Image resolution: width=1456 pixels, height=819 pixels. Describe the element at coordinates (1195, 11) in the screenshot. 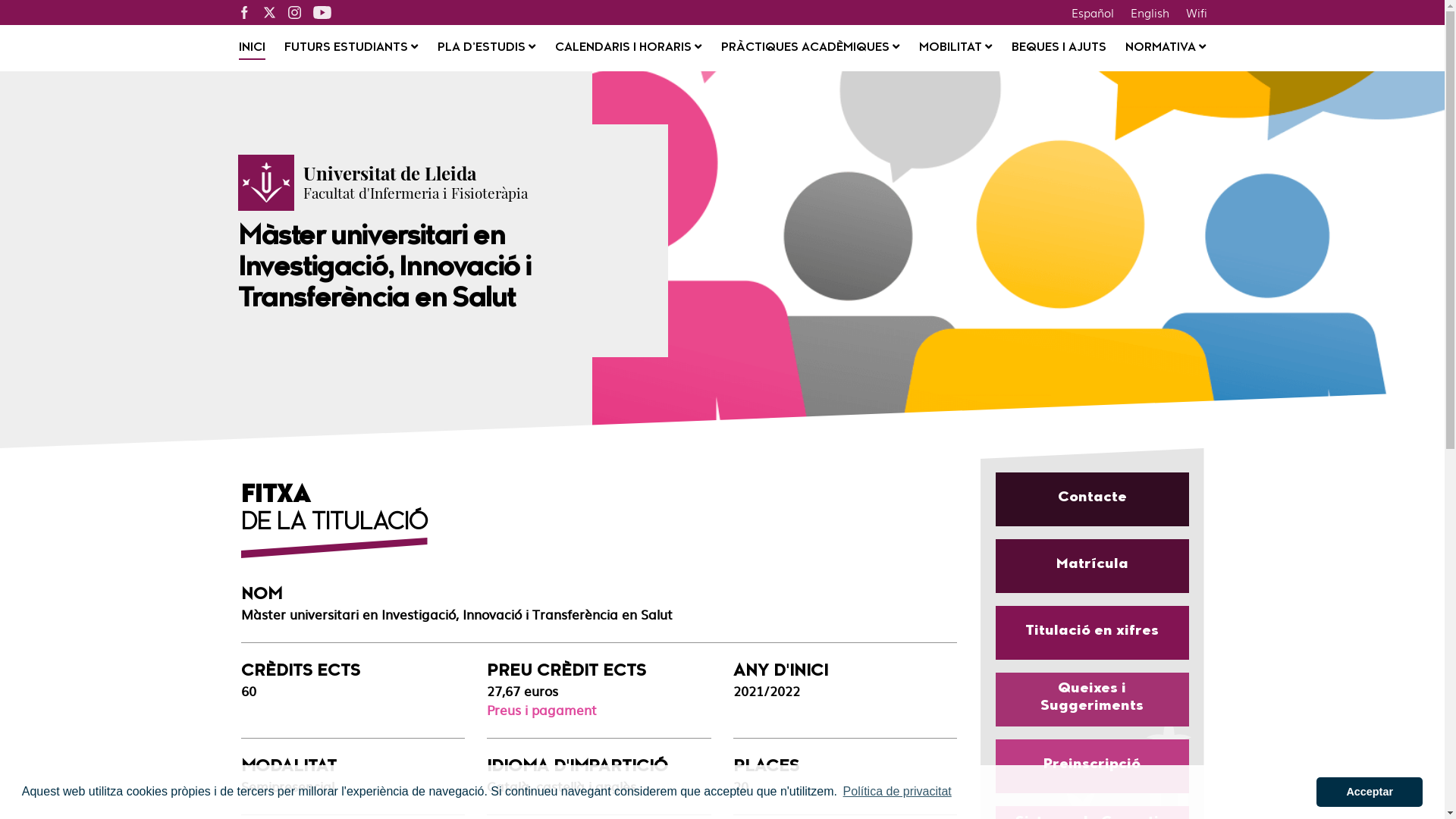

I see `'Wifi'` at that location.